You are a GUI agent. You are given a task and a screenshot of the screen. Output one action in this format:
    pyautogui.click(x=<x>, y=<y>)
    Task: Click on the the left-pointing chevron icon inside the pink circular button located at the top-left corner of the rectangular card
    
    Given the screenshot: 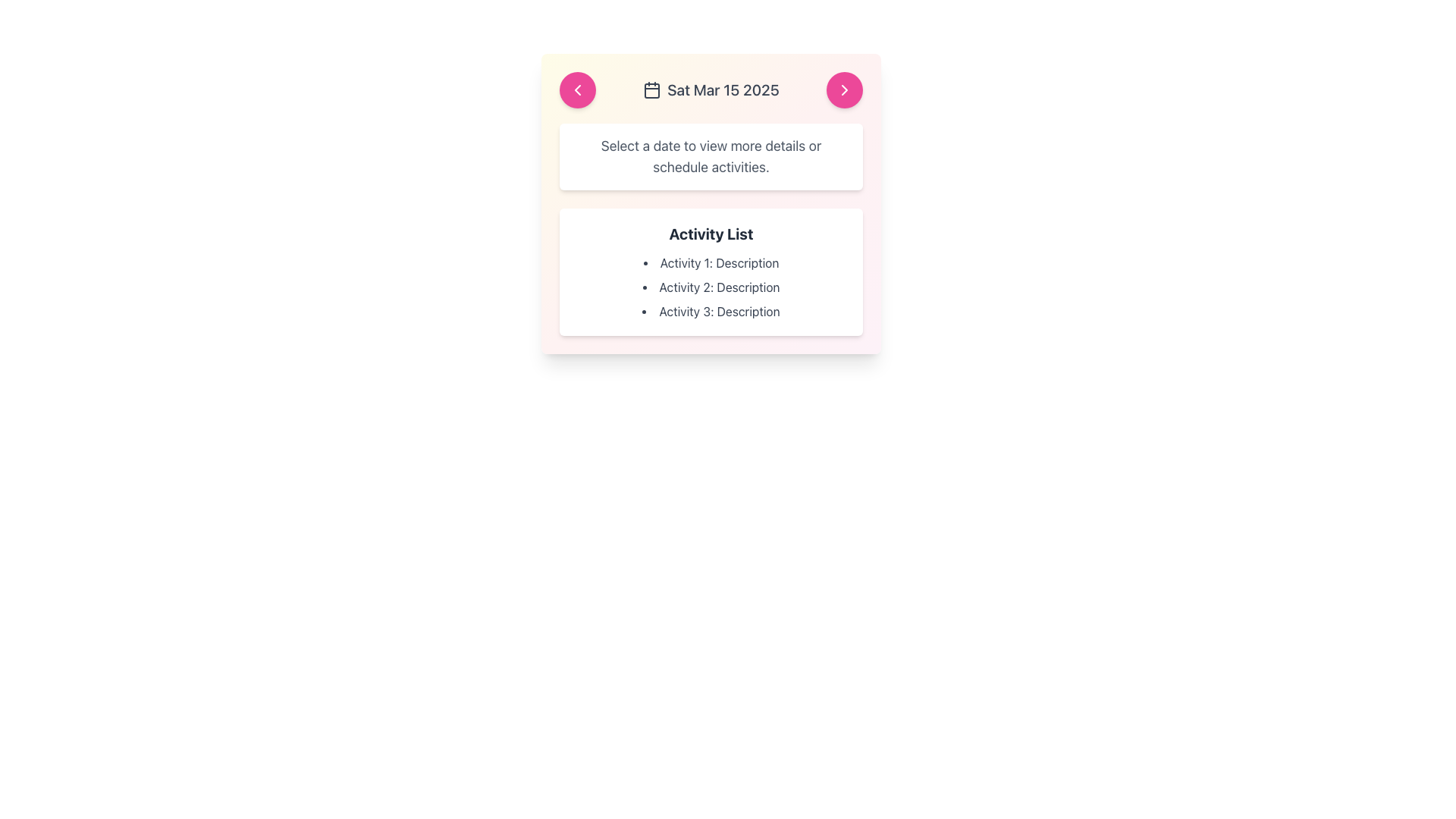 What is the action you would take?
    pyautogui.click(x=577, y=90)
    